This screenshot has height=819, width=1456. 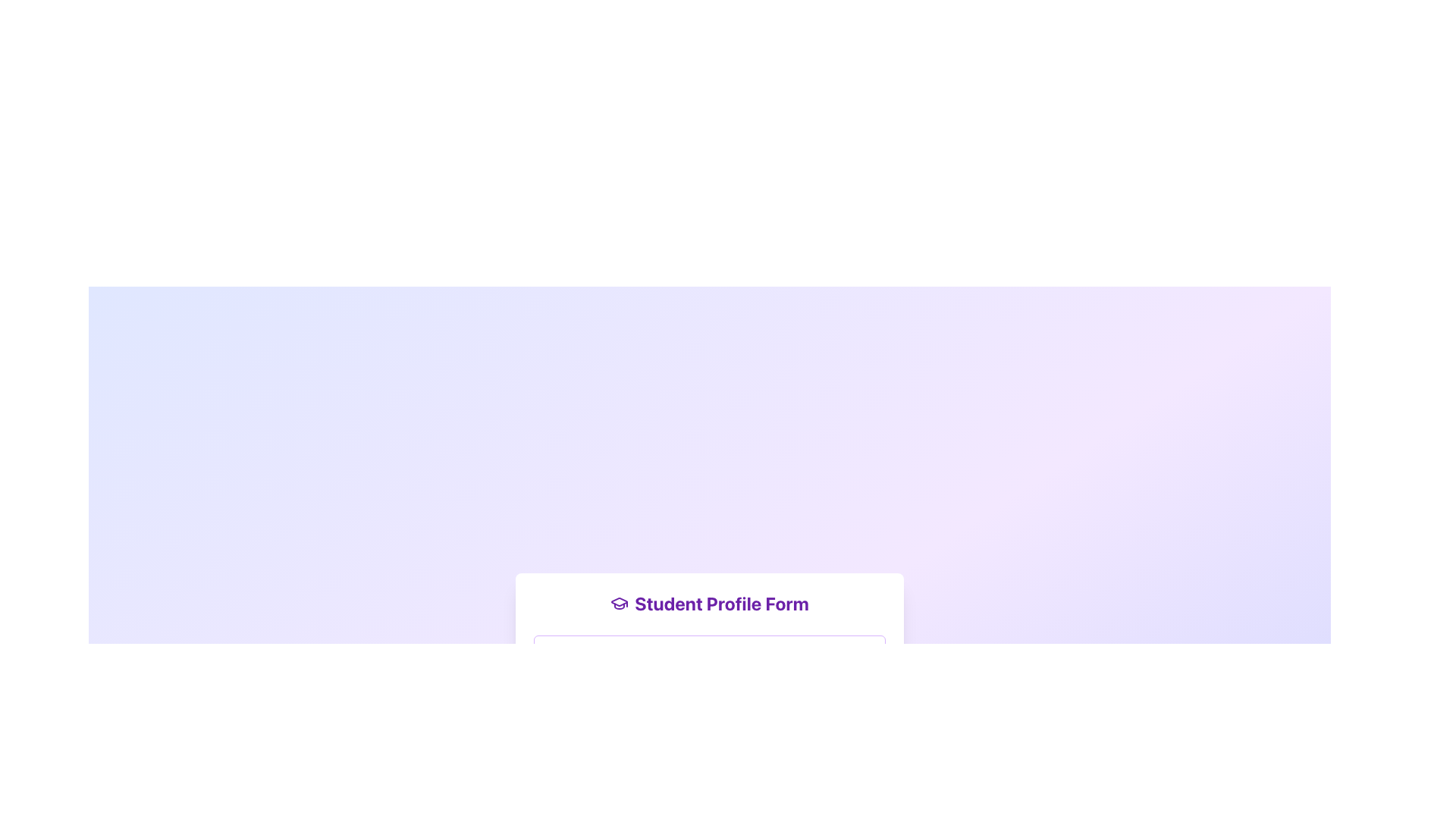 What do you see at coordinates (709, 602) in the screenshot?
I see `the header labeled 'Student Profile Form' which is styled in bold purple font and accompanied by a graduation cap icon` at bounding box center [709, 602].